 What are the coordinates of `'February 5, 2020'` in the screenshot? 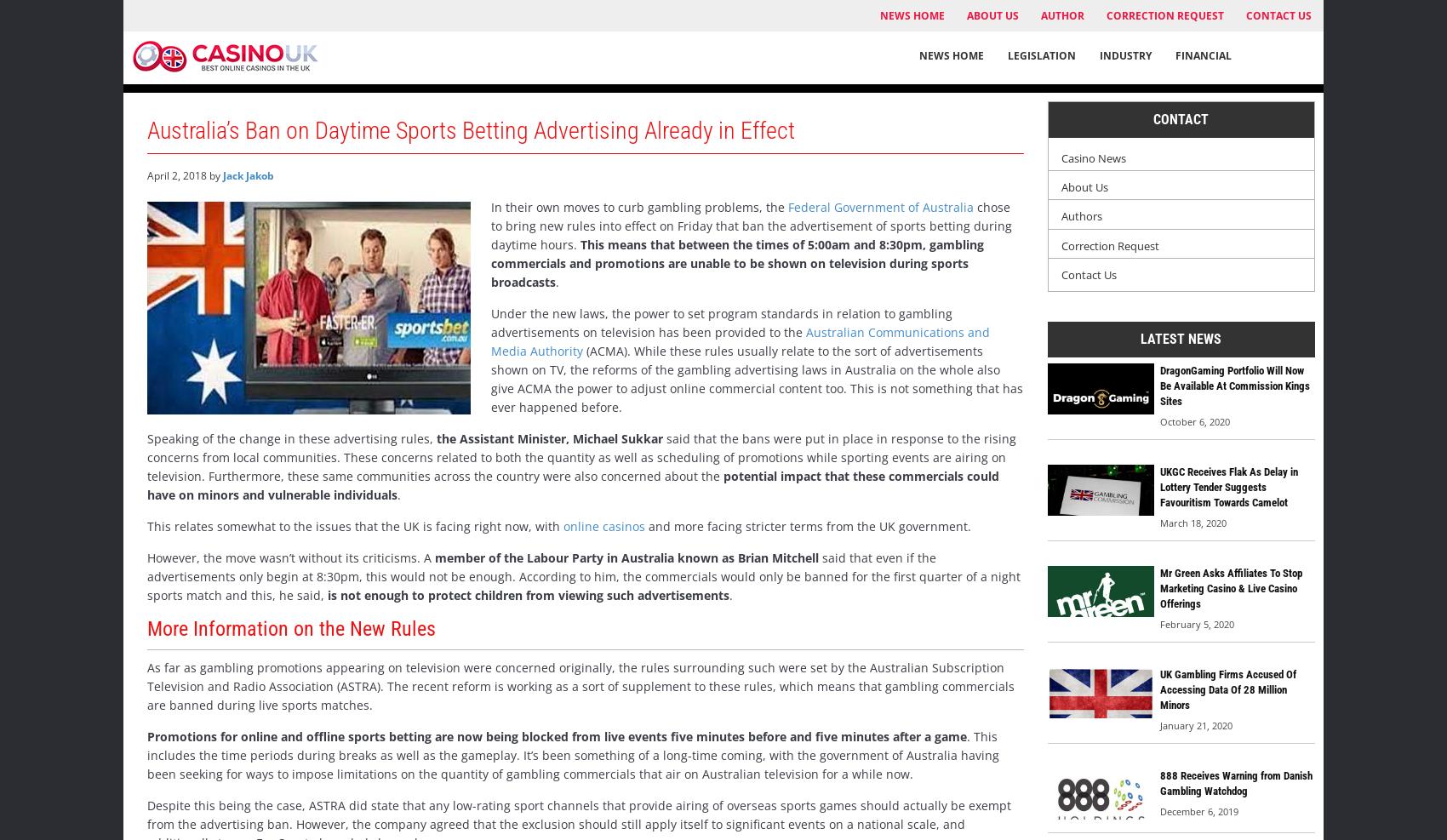 It's located at (1159, 622).